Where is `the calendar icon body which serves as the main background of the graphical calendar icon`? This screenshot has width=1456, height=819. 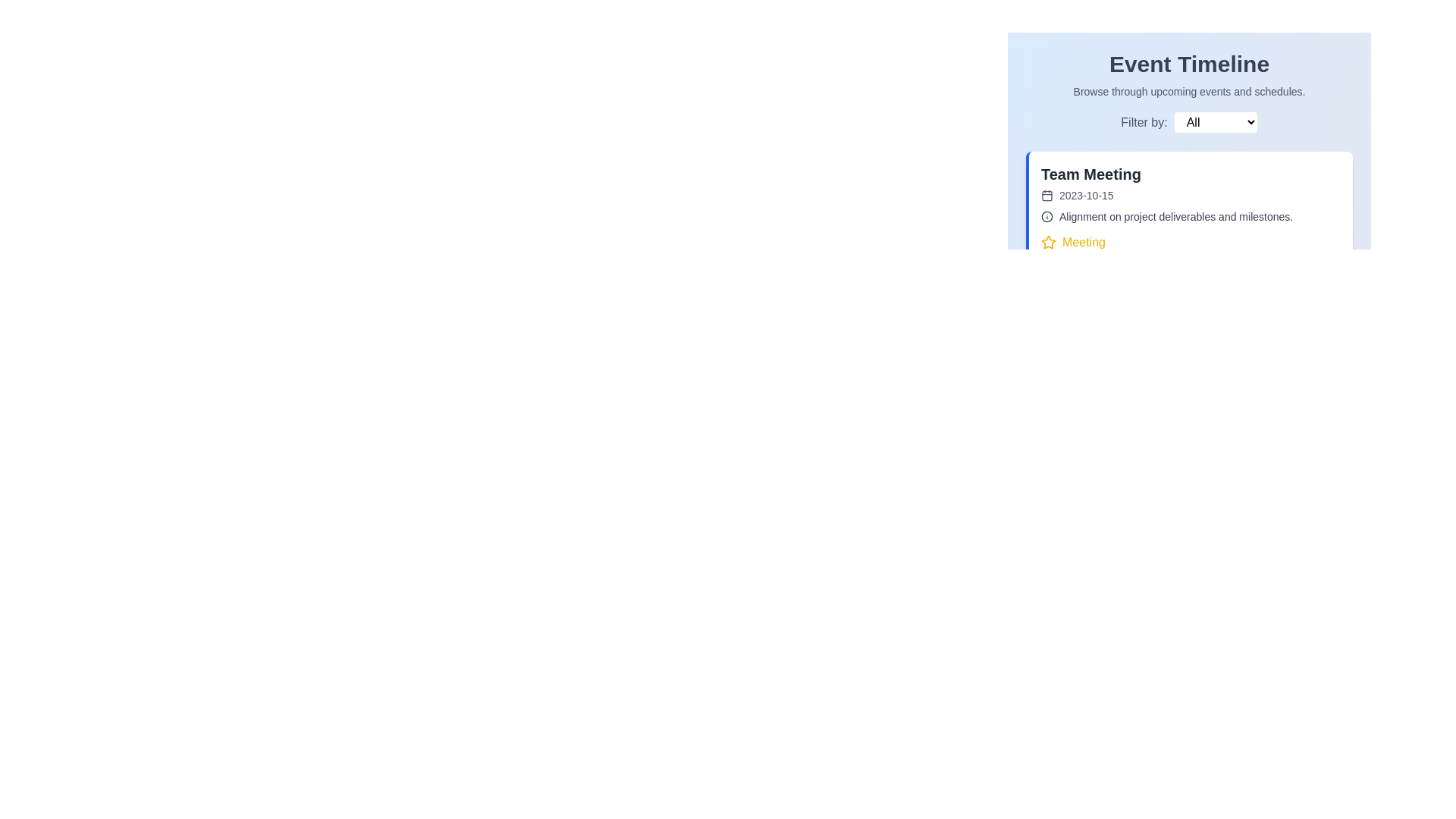 the calendar icon body which serves as the main background of the graphical calendar icon is located at coordinates (1046, 195).